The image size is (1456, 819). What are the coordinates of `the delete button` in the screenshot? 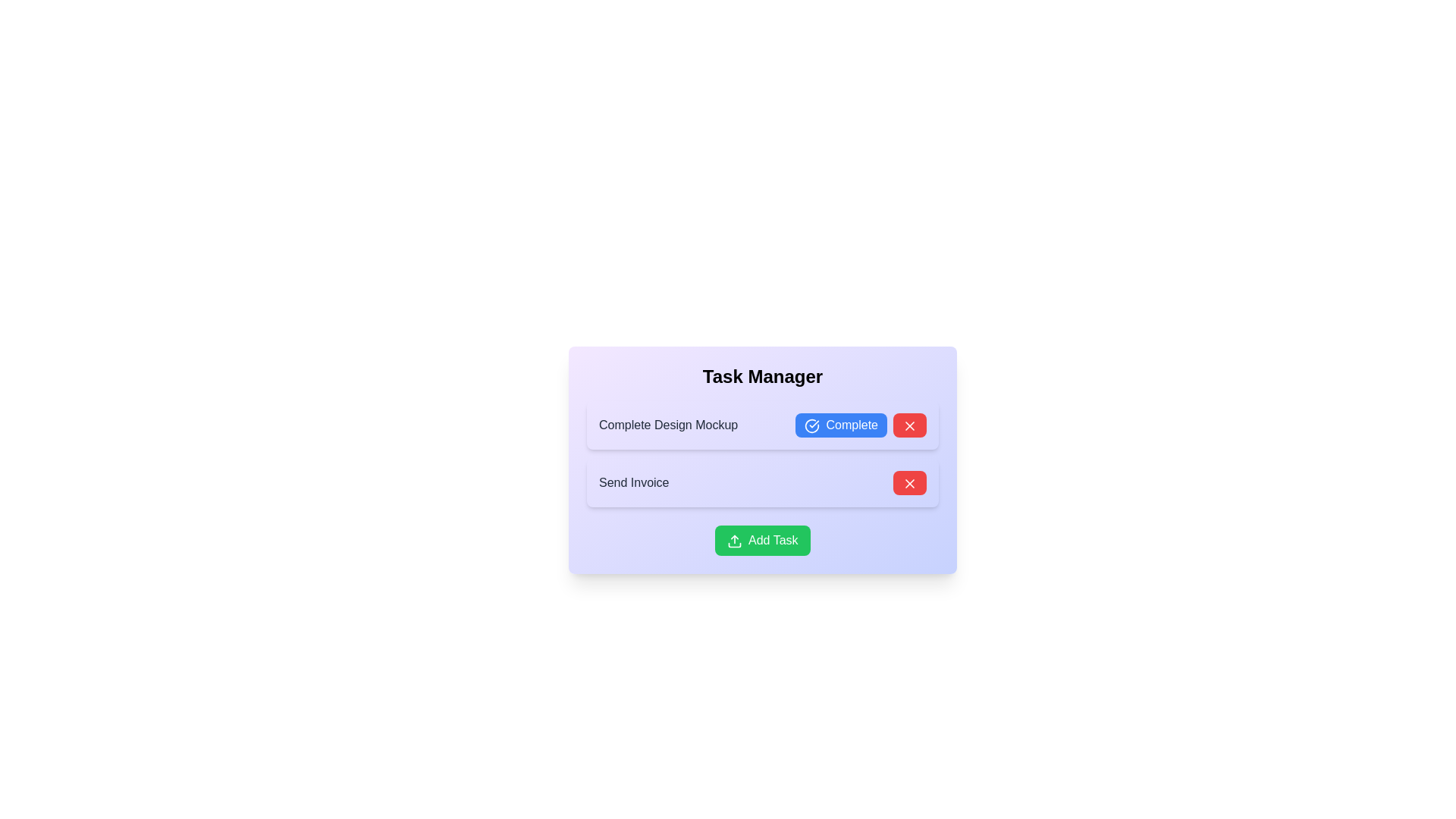 It's located at (910, 482).